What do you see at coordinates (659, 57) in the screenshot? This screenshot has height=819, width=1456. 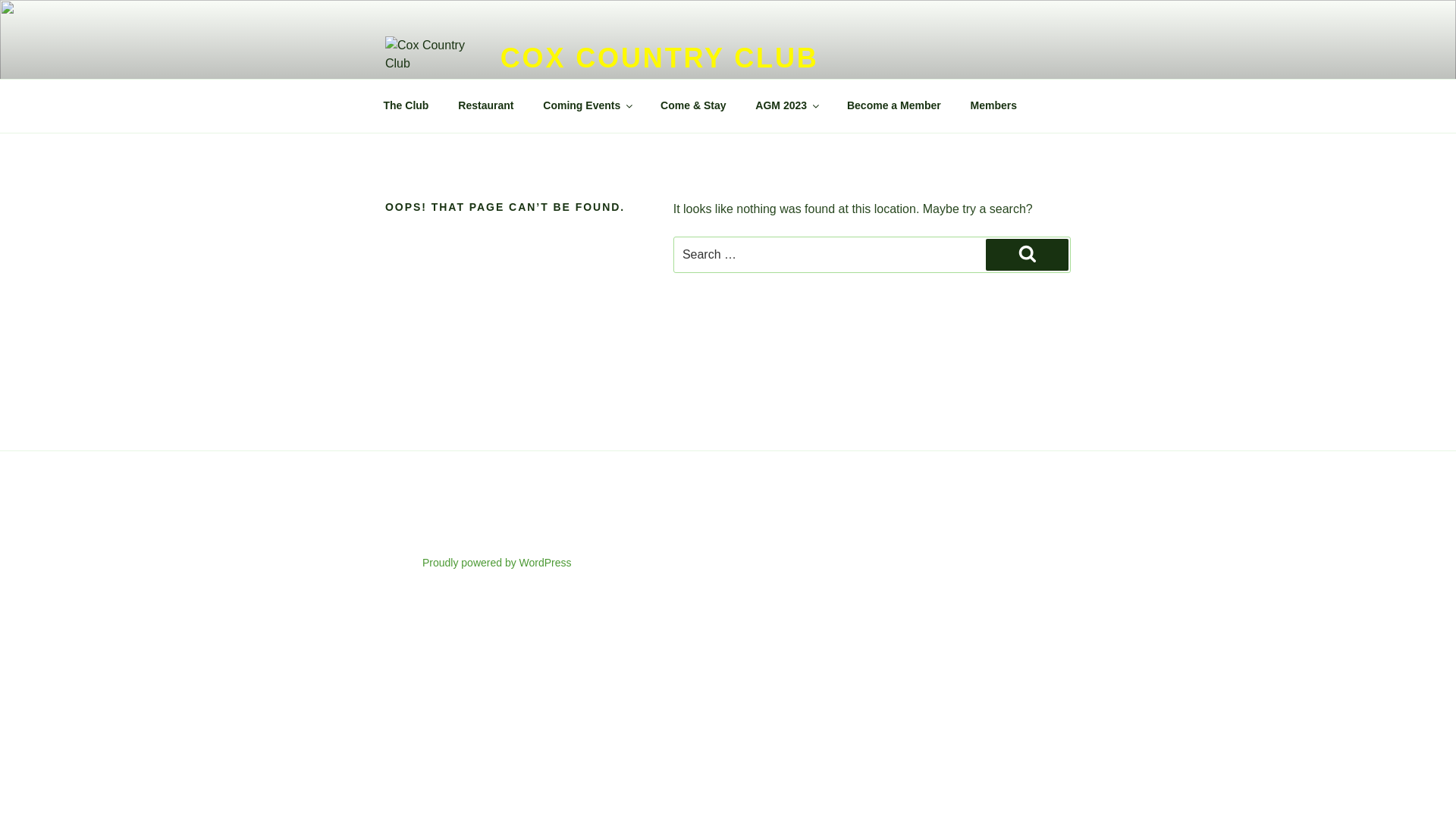 I see `'COX COUNTRY CLUB'` at bounding box center [659, 57].